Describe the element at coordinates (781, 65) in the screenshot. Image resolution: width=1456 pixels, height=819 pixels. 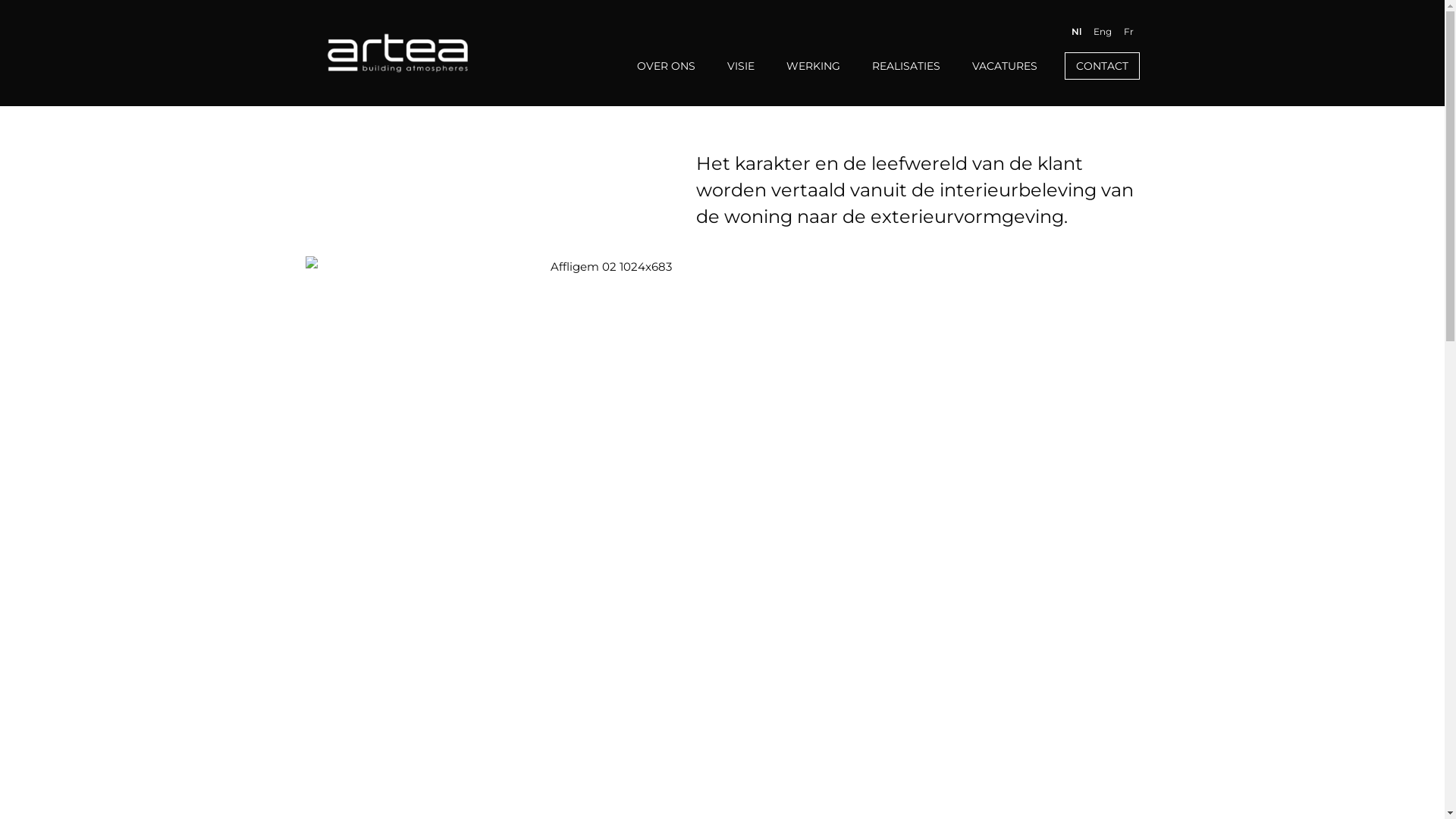
I see `'WERKING'` at that location.